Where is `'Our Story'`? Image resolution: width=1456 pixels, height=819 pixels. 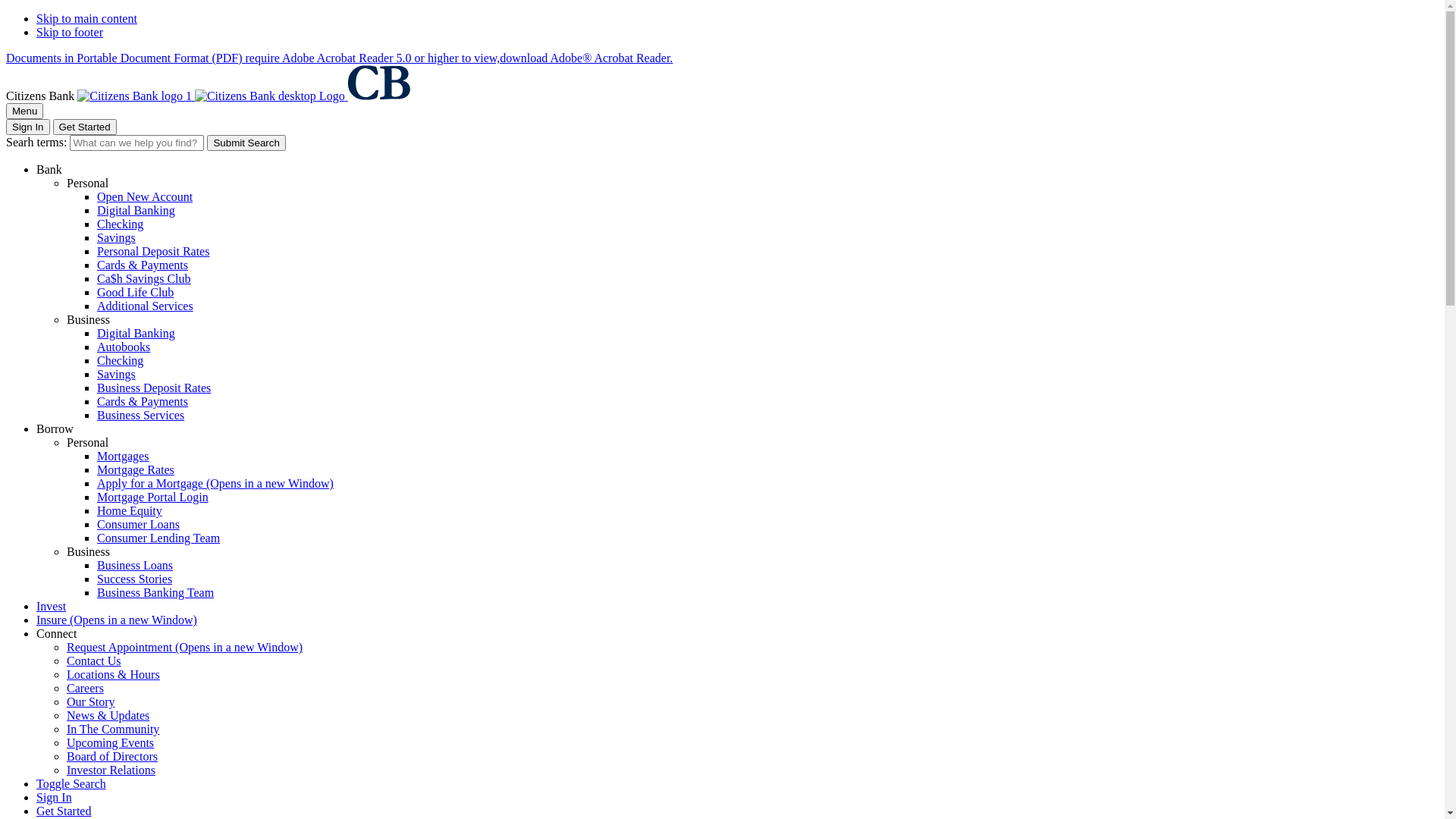
'Our Story' is located at coordinates (90, 701).